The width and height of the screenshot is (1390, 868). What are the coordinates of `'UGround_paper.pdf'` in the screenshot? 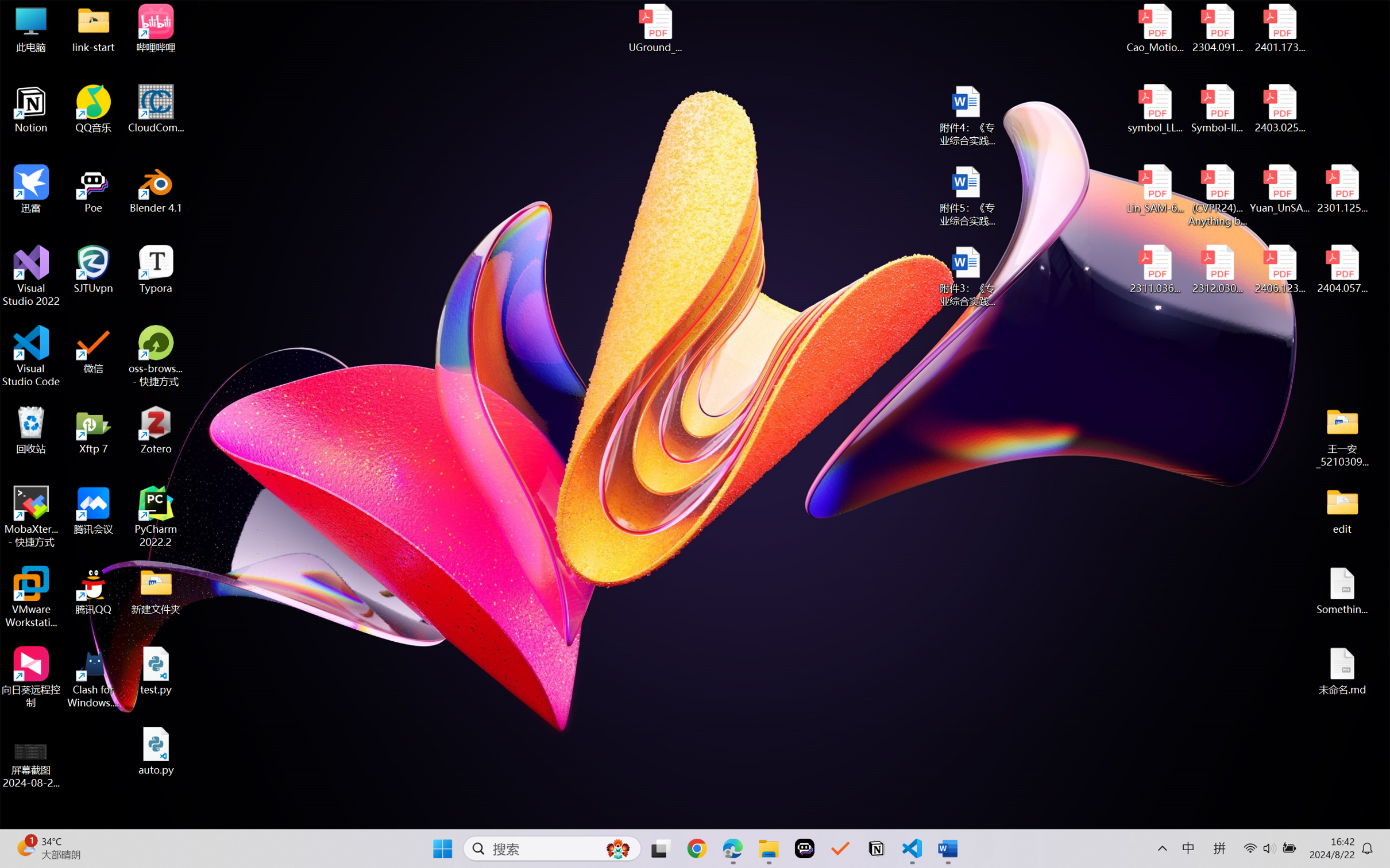 It's located at (655, 28).